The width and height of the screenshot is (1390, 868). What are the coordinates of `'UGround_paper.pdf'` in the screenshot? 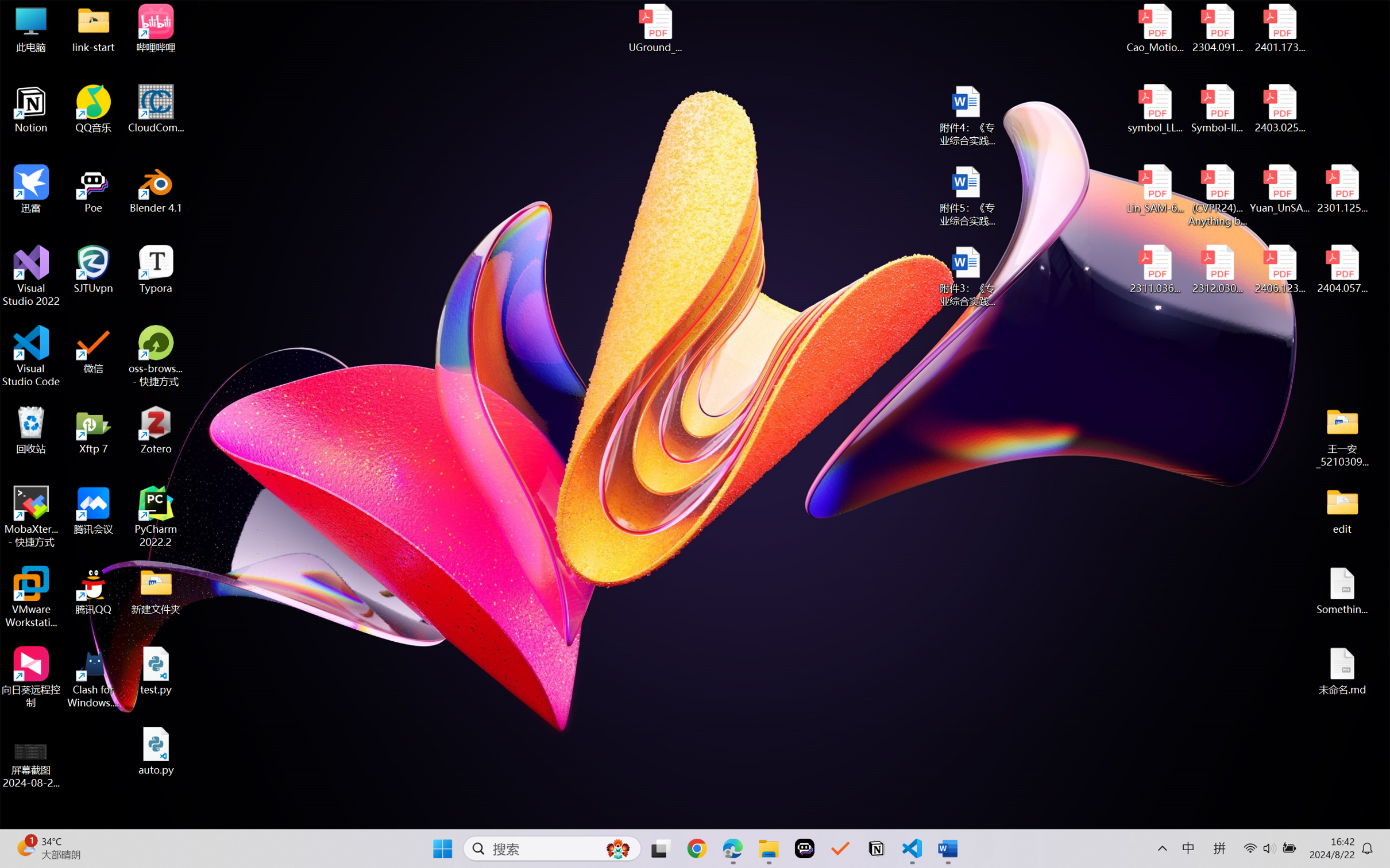 It's located at (655, 28).